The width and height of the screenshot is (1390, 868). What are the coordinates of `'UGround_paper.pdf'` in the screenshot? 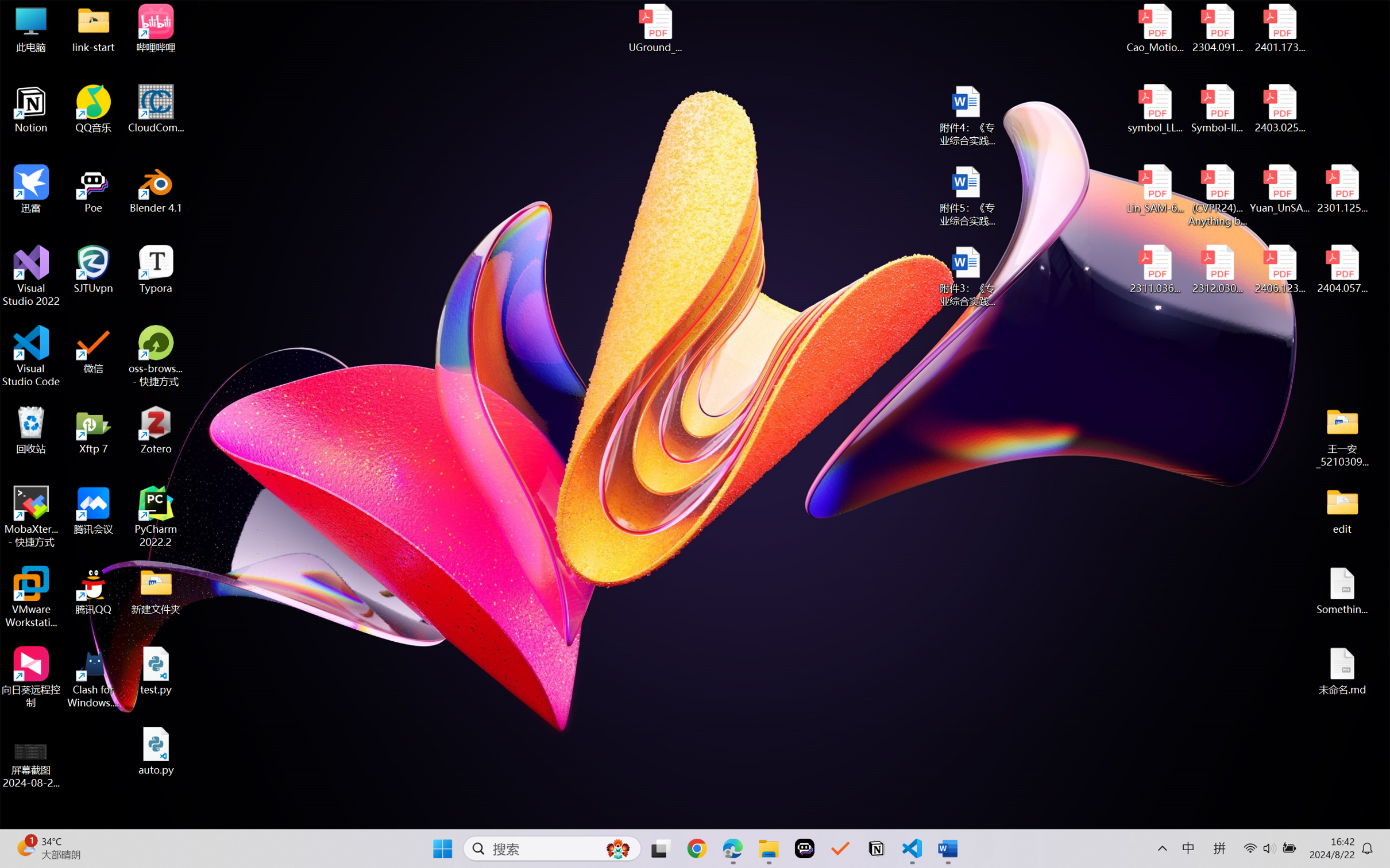 It's located at (655, 28).